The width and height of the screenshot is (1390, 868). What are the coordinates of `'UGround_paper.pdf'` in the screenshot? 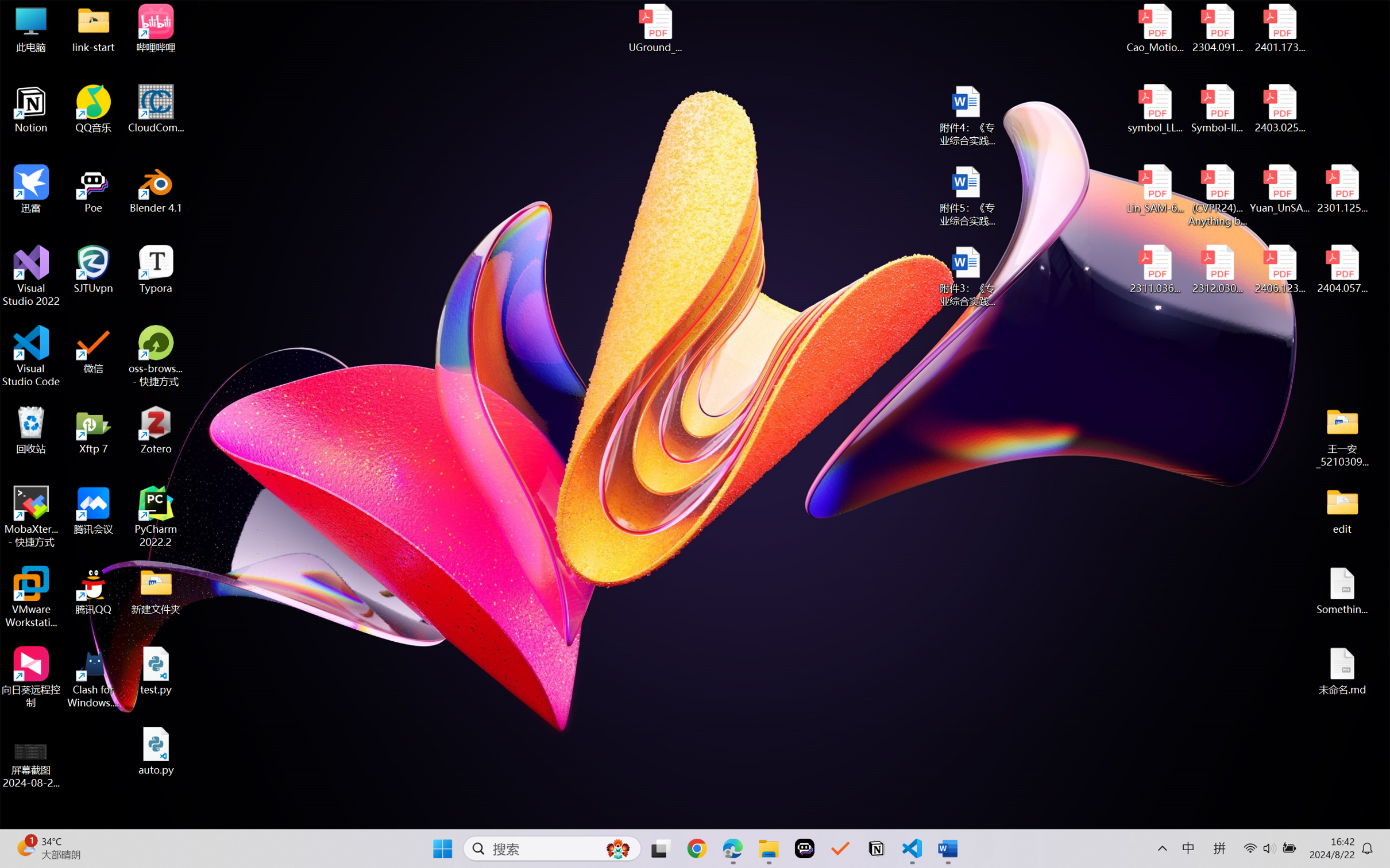 It's located at (655, 28).